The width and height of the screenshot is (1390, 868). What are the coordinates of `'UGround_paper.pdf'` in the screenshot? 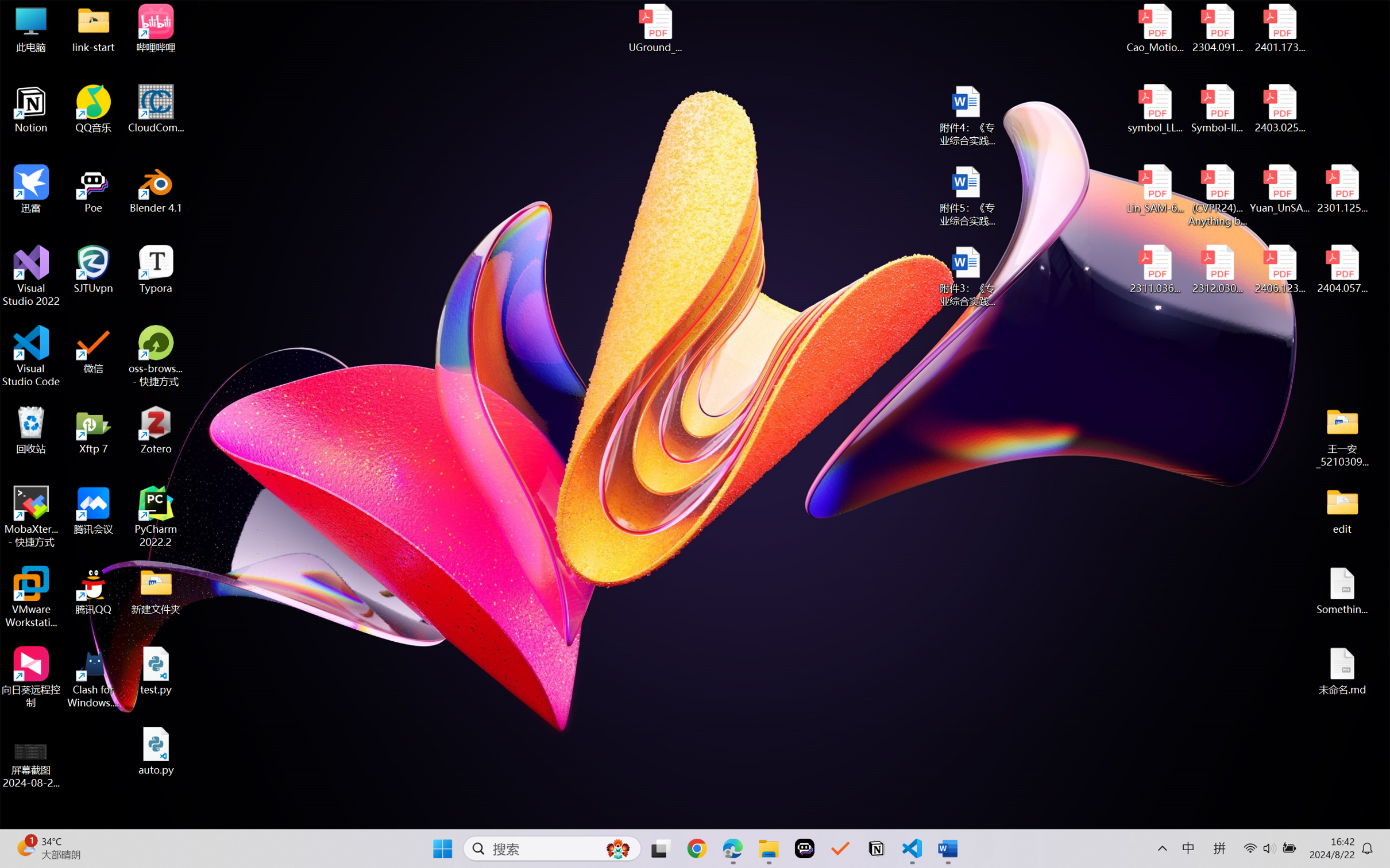 It's located at (655, 28).